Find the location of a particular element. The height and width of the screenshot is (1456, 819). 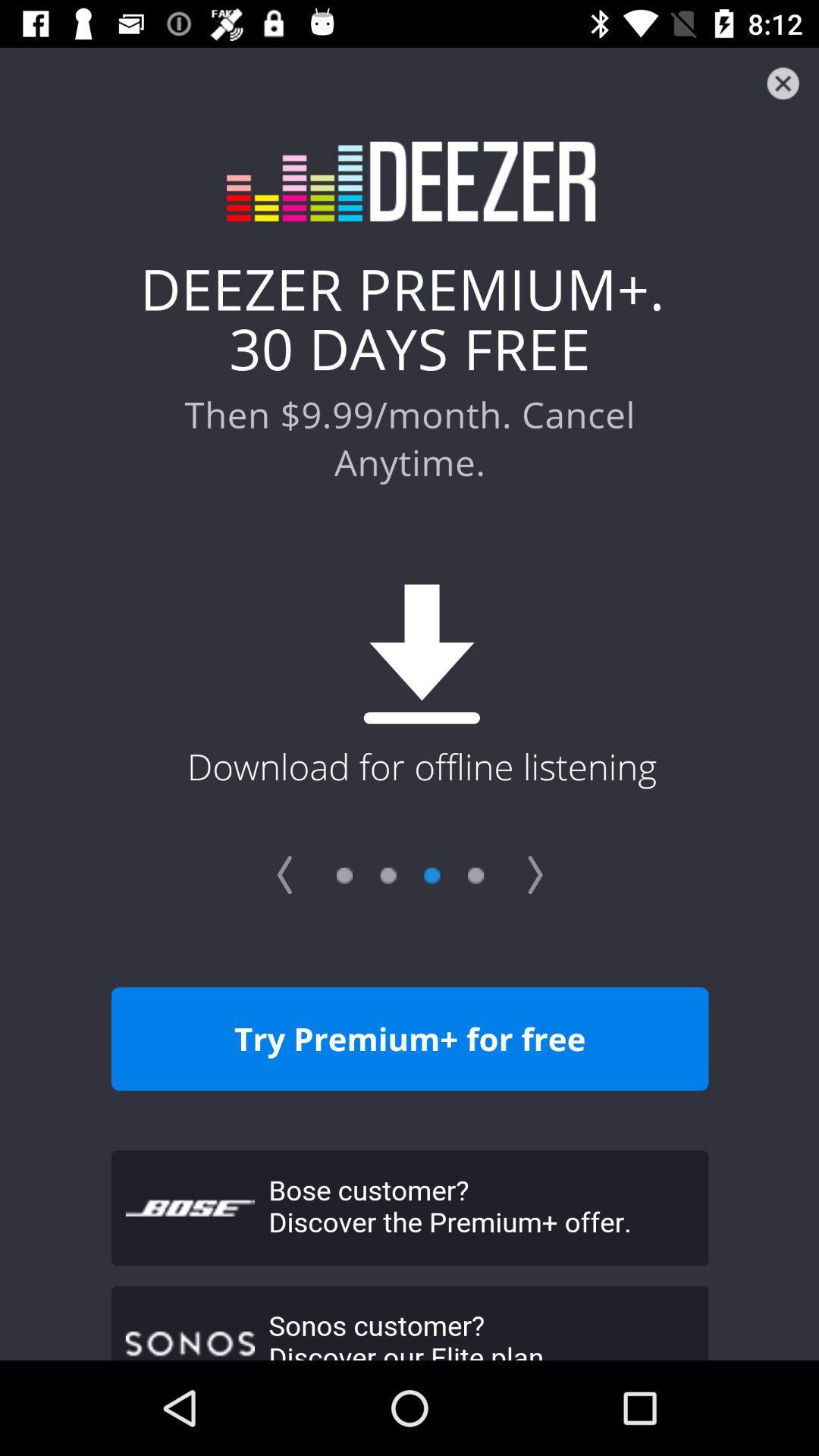

the close icon is located at coordinates (783, 83).